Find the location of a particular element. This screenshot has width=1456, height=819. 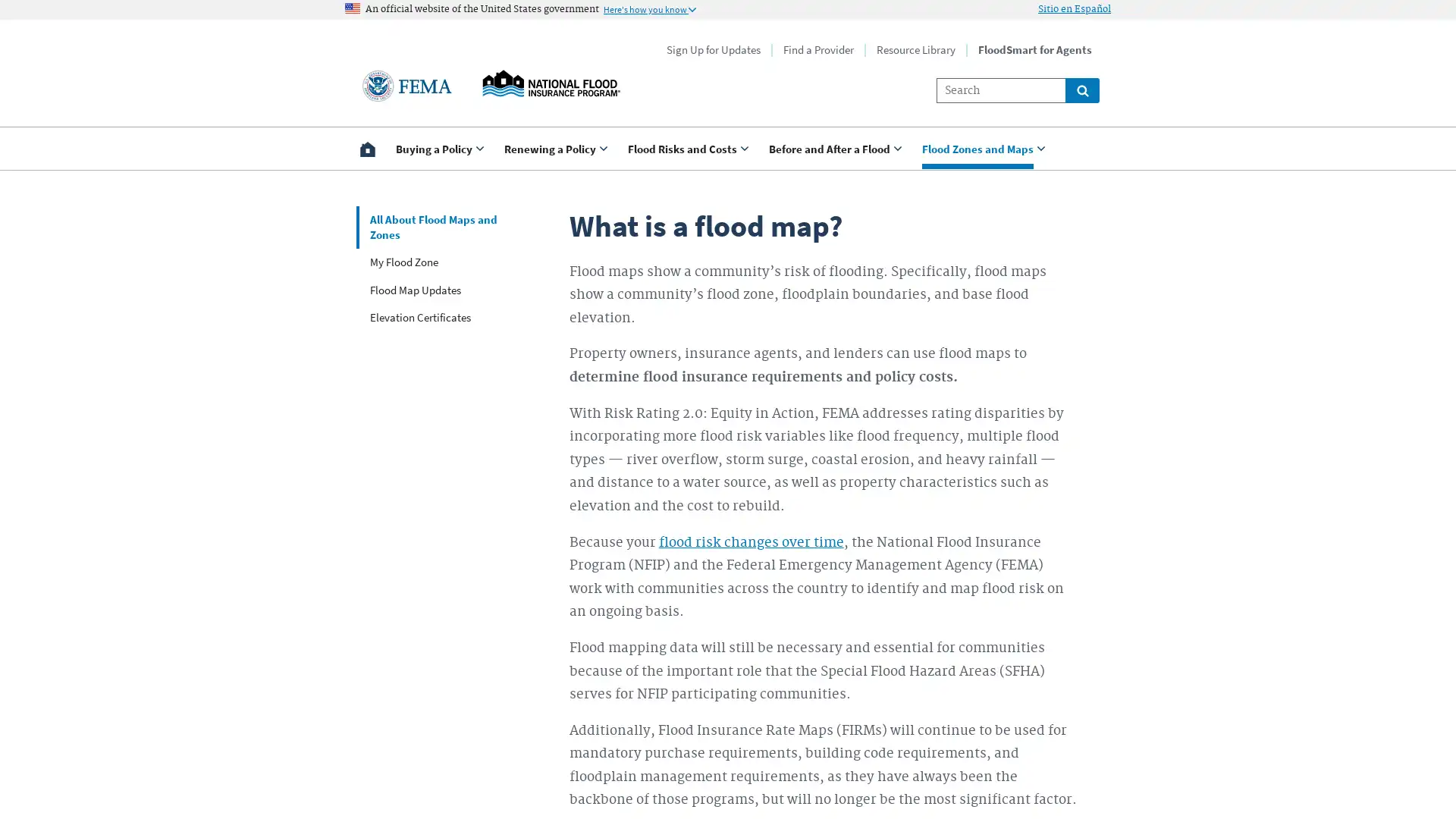

Information to identify secure official US Government websites is located at coordinates (650, 8).